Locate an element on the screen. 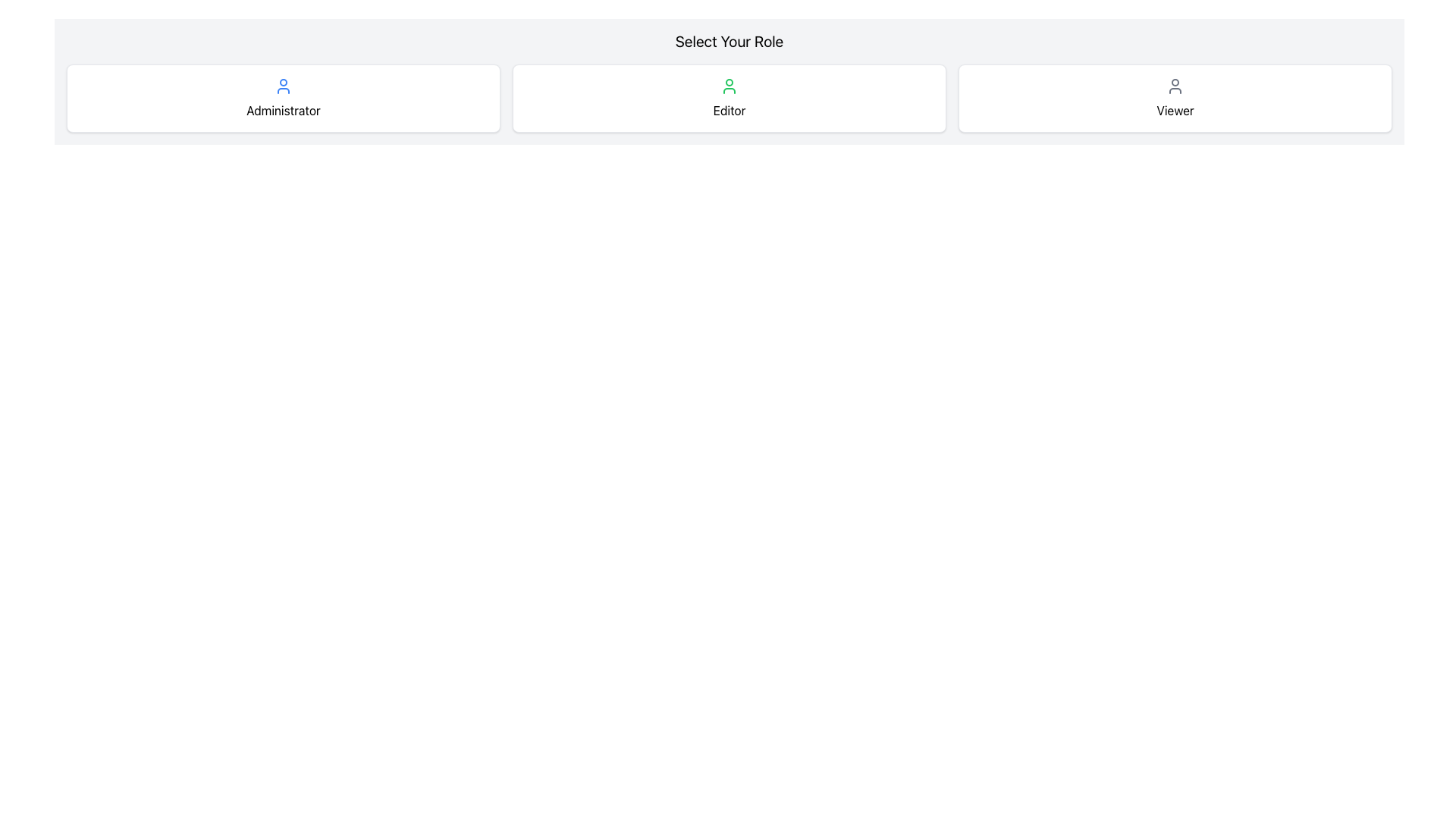 This screenshot has width=1456, height=819. the selectable card representing the 'Administrator' role located at the first position in a grid layout is located at coordinates (284, 99).